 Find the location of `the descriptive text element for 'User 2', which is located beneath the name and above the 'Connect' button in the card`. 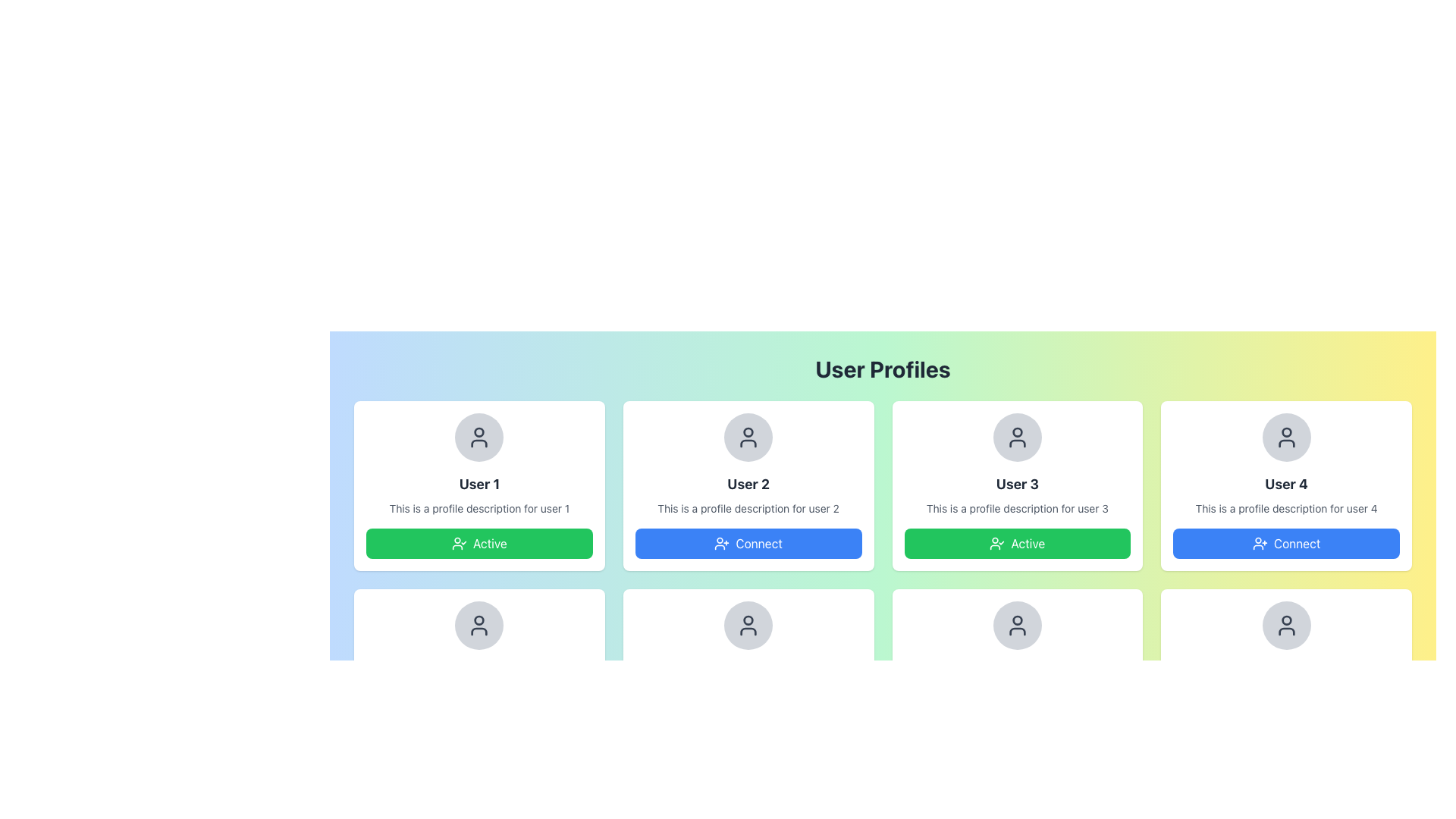

the descriptive text element for 'User 2', which is located beneath the name and above the 'Connect' button in the card is located at coordinates (748, 509).